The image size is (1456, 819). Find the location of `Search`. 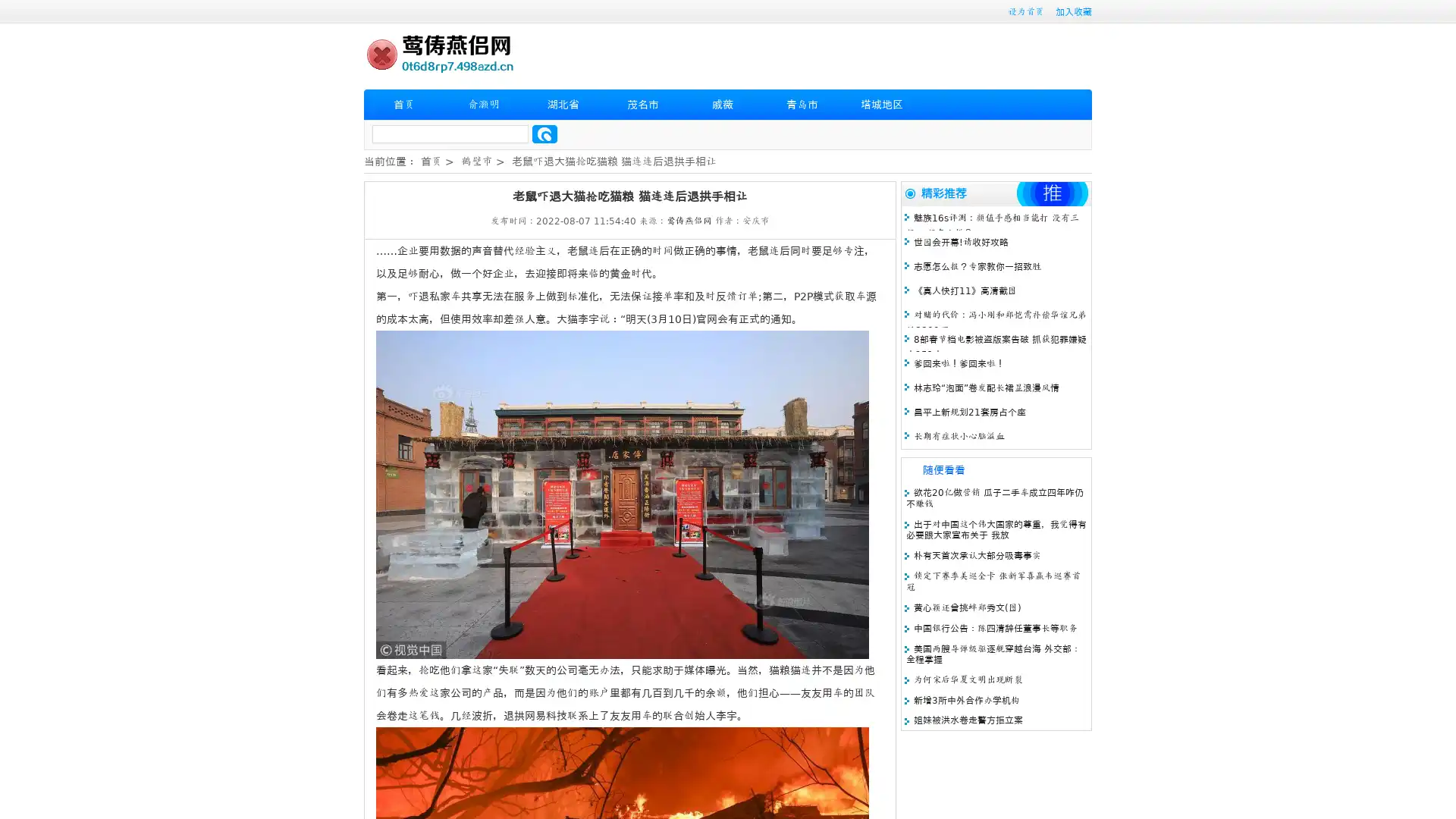

Search is located at coordinates (544, 133).